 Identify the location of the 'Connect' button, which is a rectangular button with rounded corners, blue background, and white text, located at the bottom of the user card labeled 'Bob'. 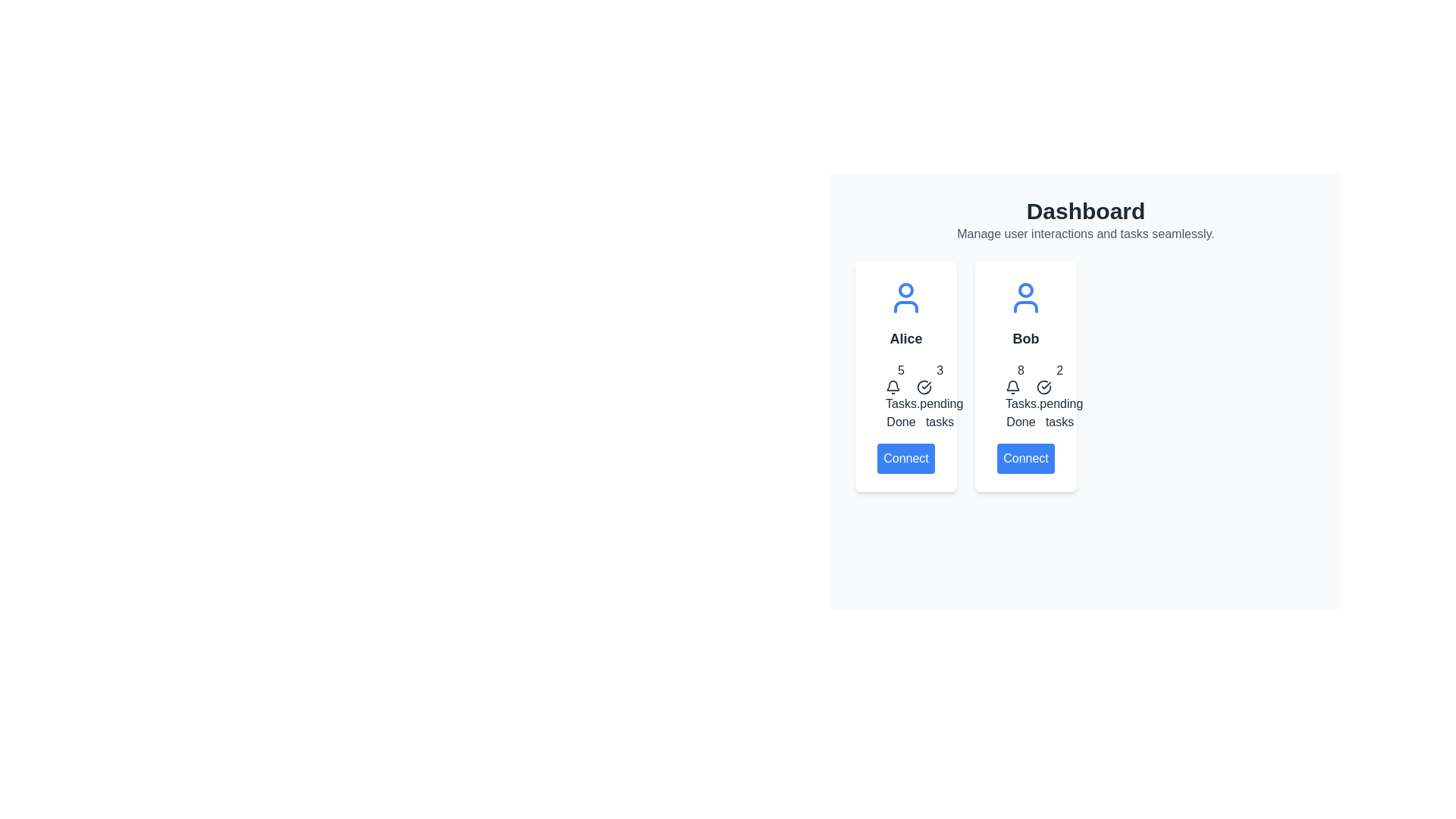
(1026, 458).